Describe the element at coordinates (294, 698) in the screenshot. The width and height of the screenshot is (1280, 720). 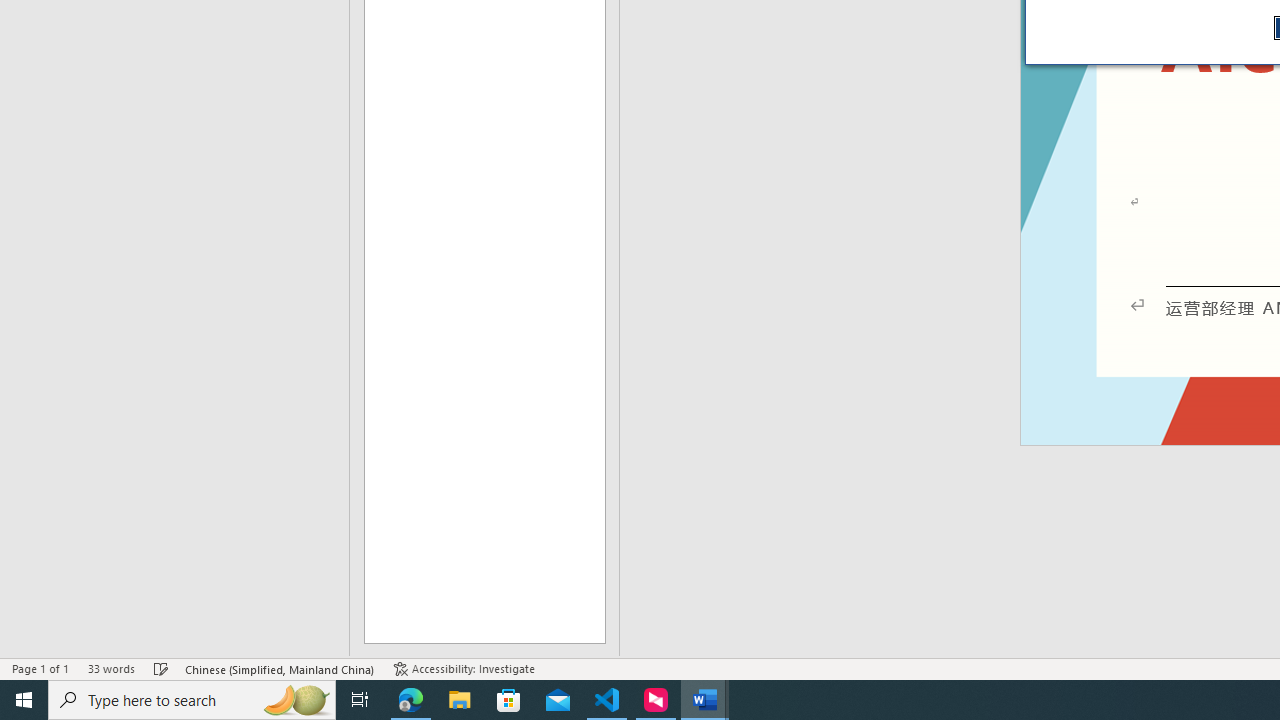
I see `'Search highlights icon opens search home window'` at that location.